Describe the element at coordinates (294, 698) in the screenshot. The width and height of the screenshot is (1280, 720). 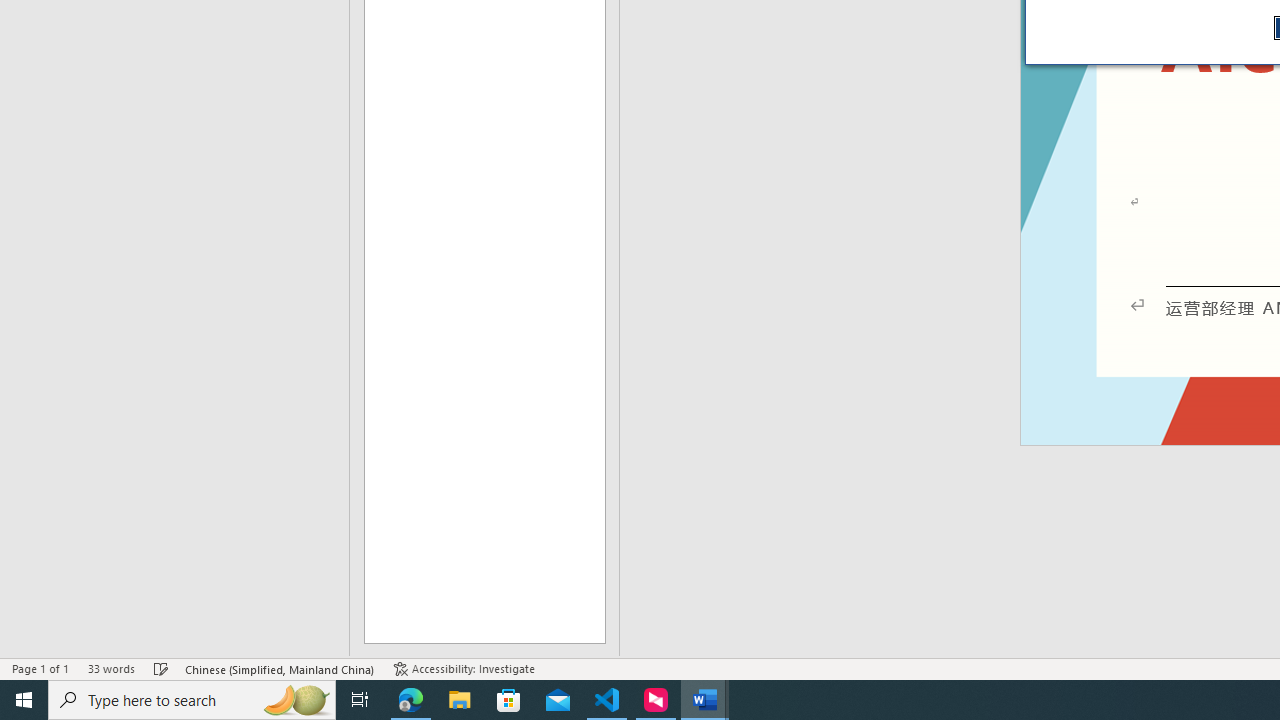
I see `'Search highlights icon opens search home window'` at that location.